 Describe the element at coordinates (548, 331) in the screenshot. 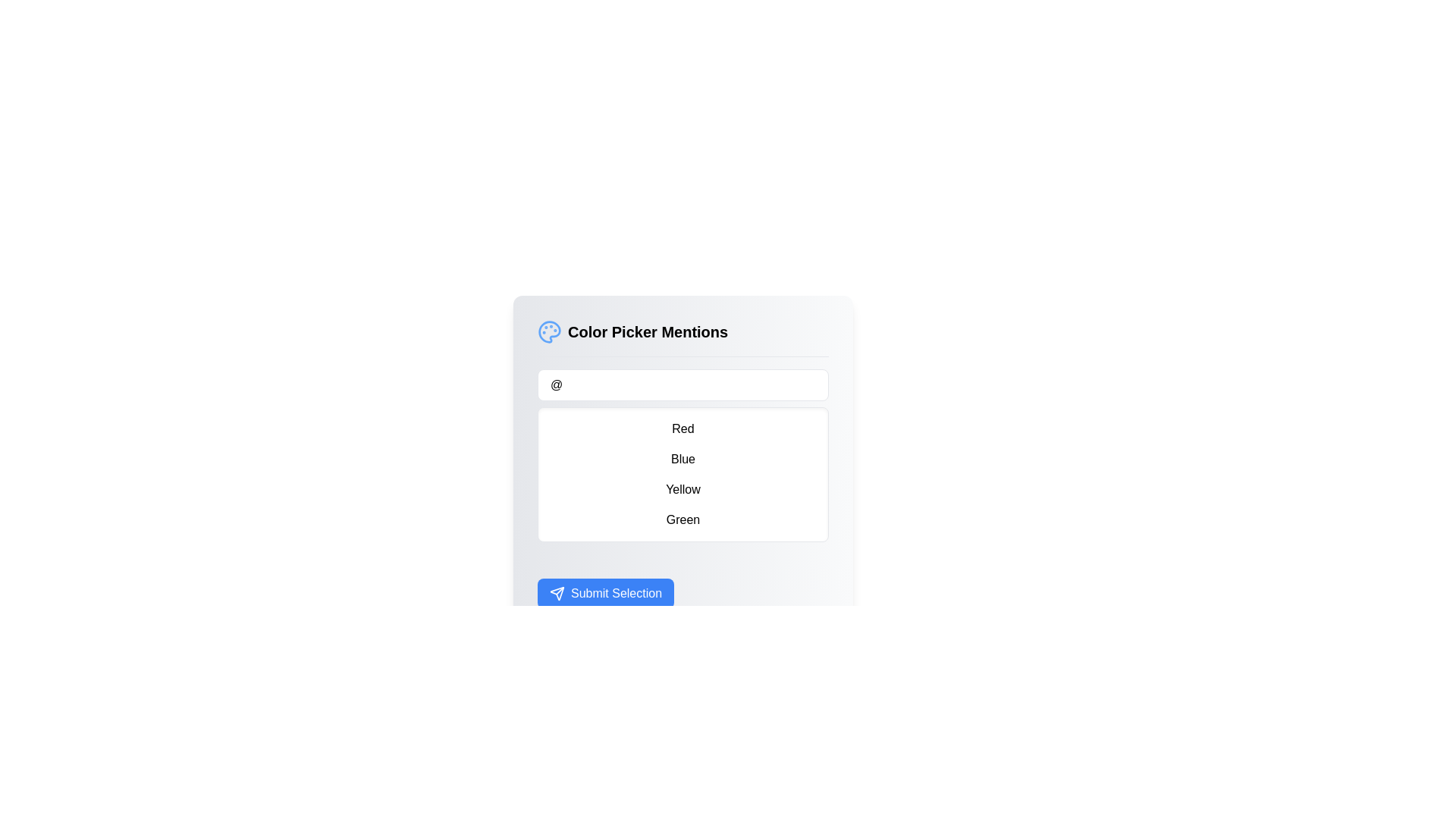

I see `the color picker icon located to the upper-left of the 'Color Picker Mentions' section, adjacent to the title` at that location.